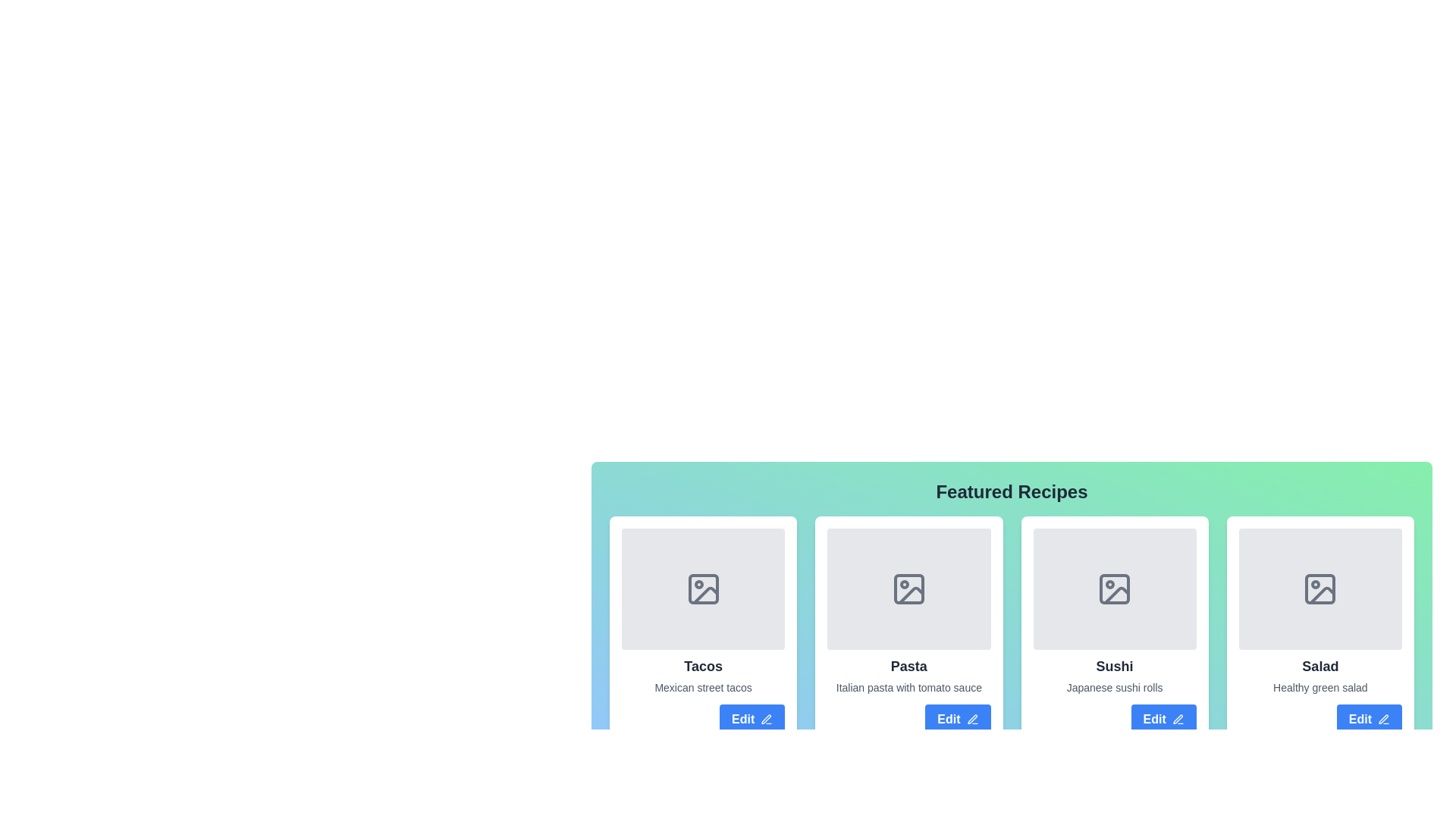 The height and width of the screenshot is (819, 1456). Describe the element at coordinates (1115, 632) in the screenshot. I see `the card containing the title 'Sushi' and description 'Japanese sushi rolls', which is the third card in a 4-column grid layout` at that location.